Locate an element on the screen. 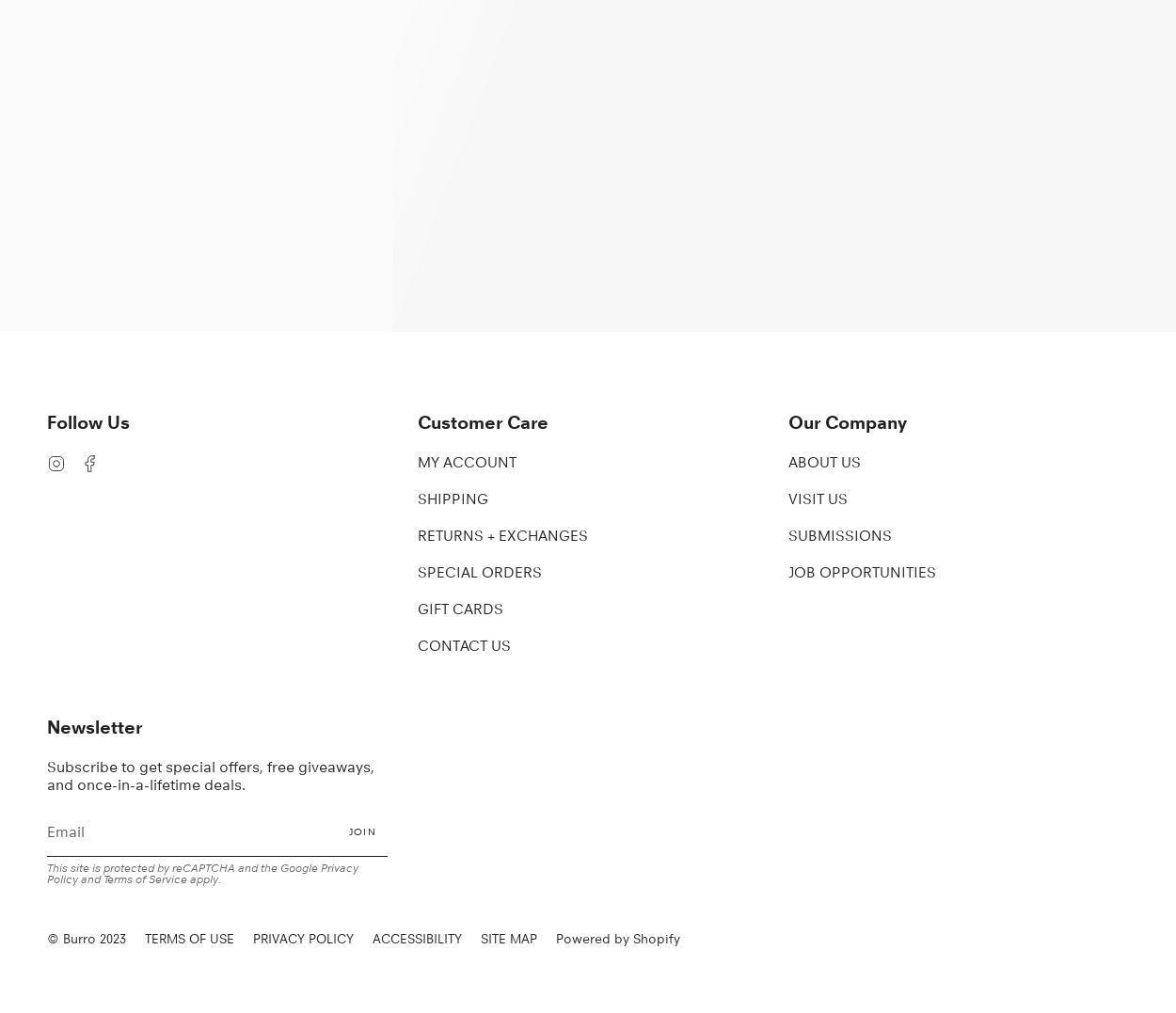 The width and height of the screenshot is (1176, 1013). 'Newsletter' is located at coordinates (93, 725).